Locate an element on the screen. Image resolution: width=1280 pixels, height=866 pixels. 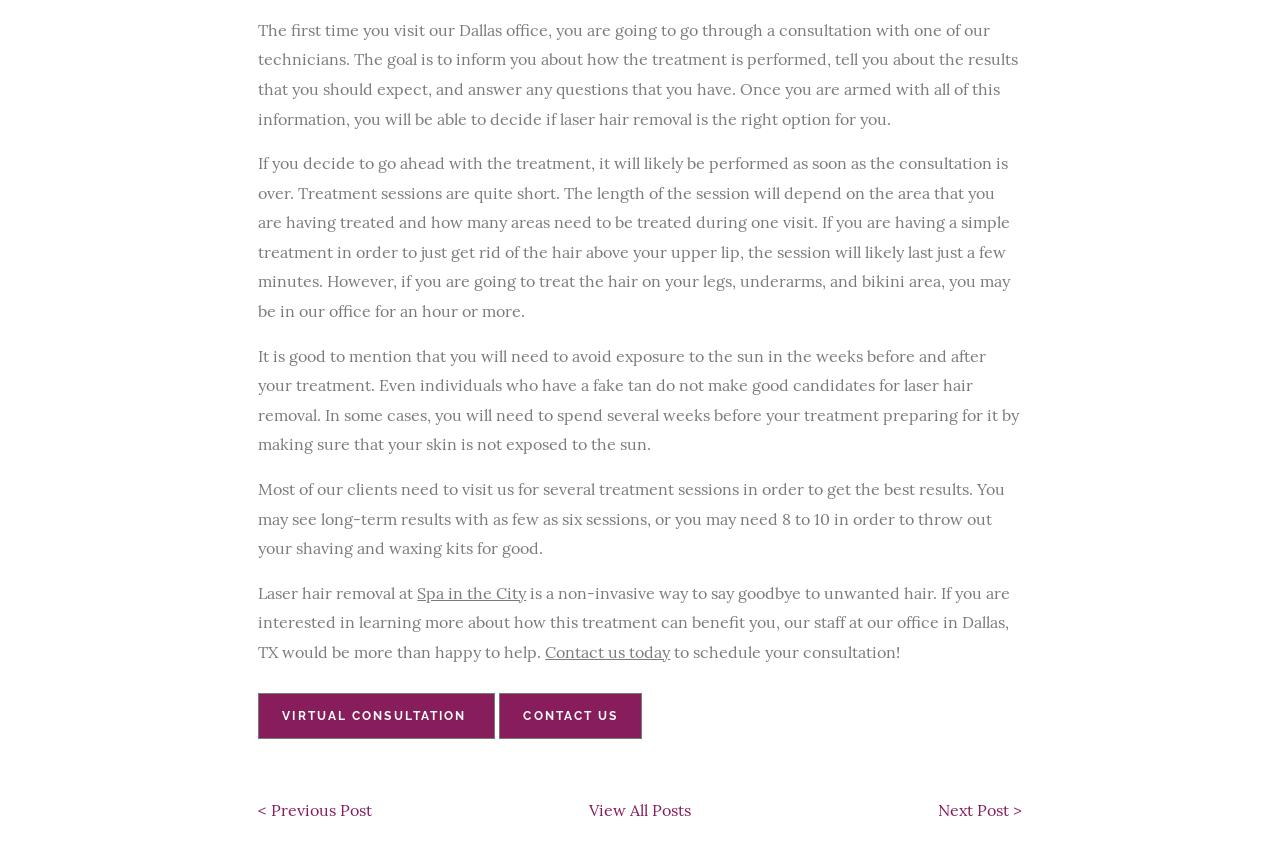
'<' is located at coordinates (263, 808).